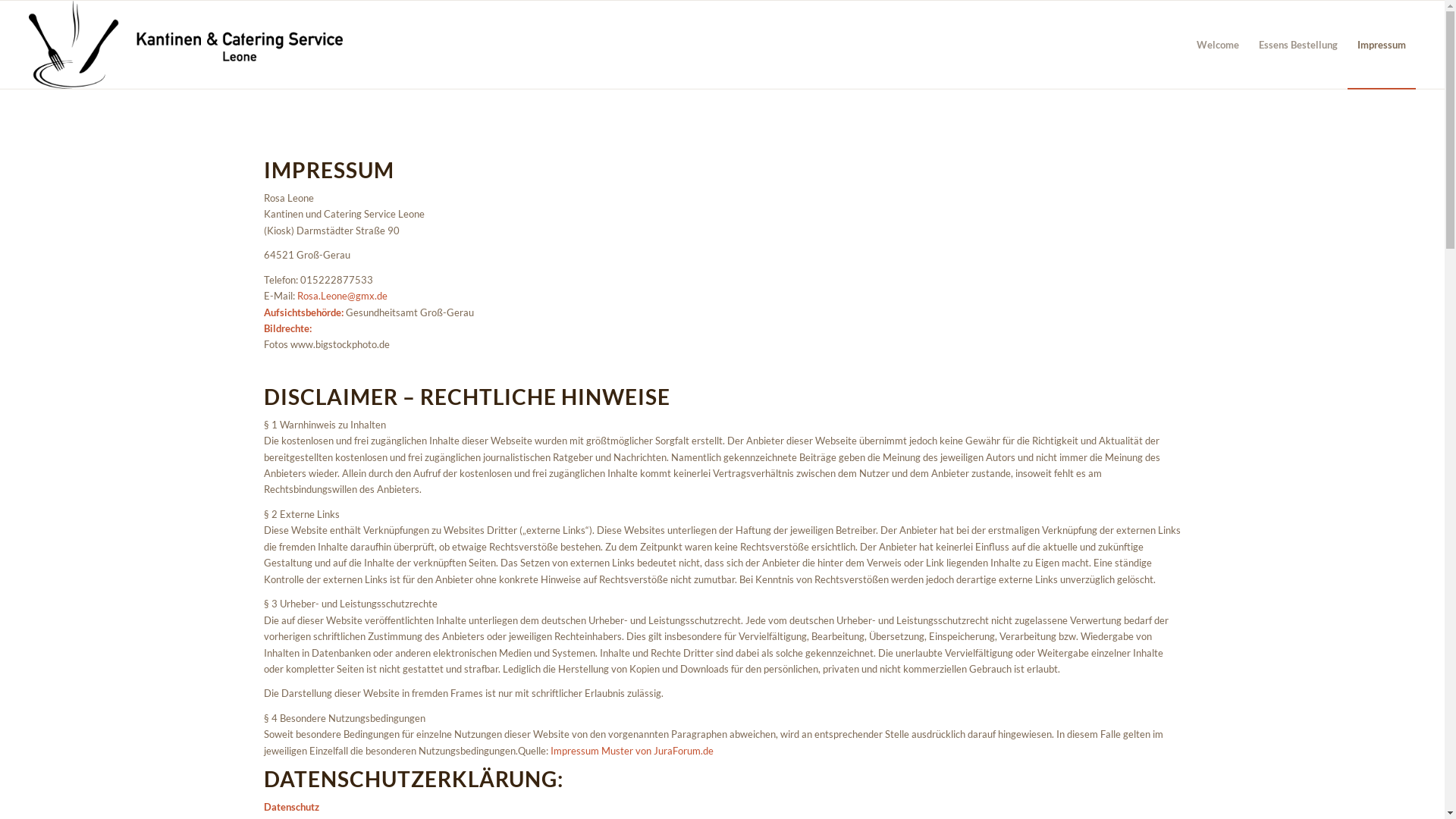 The image size is (1456, 819). I want to click on 'Impressum Muster von JuraForum.de', so click(632, 751).